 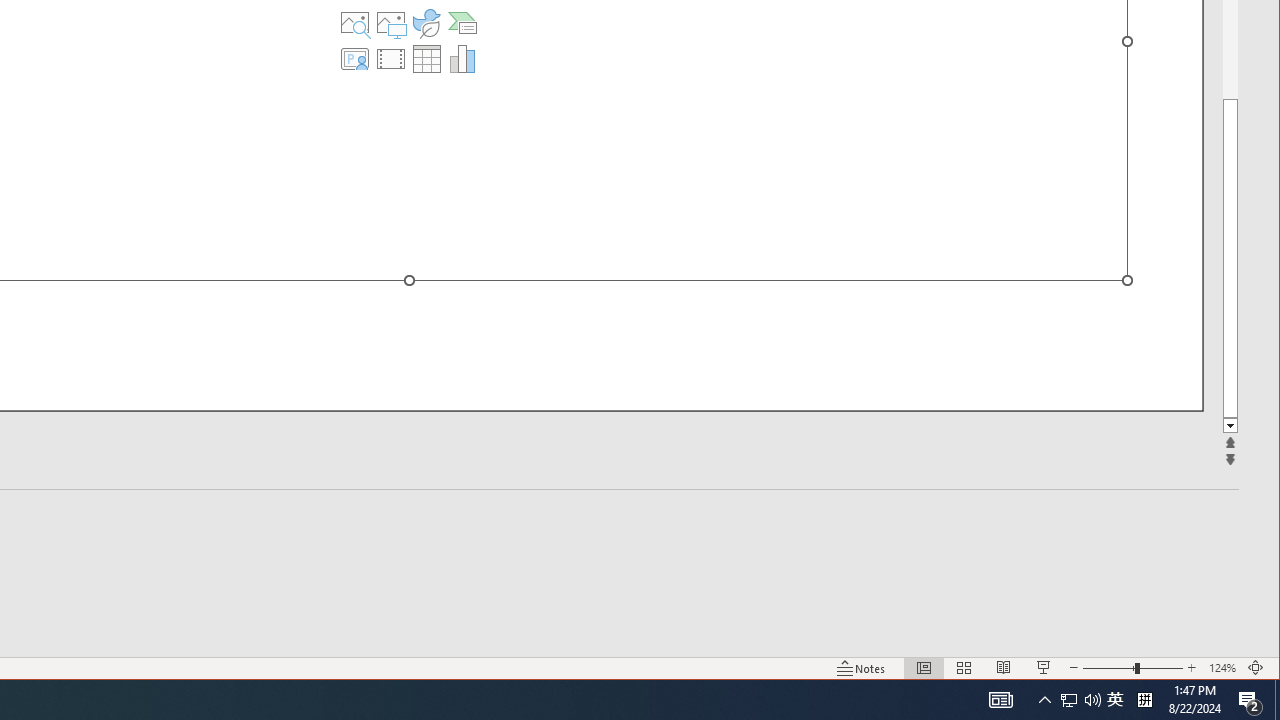 I want to click on 'Zoom 124%', so click(x=1221, y=668).